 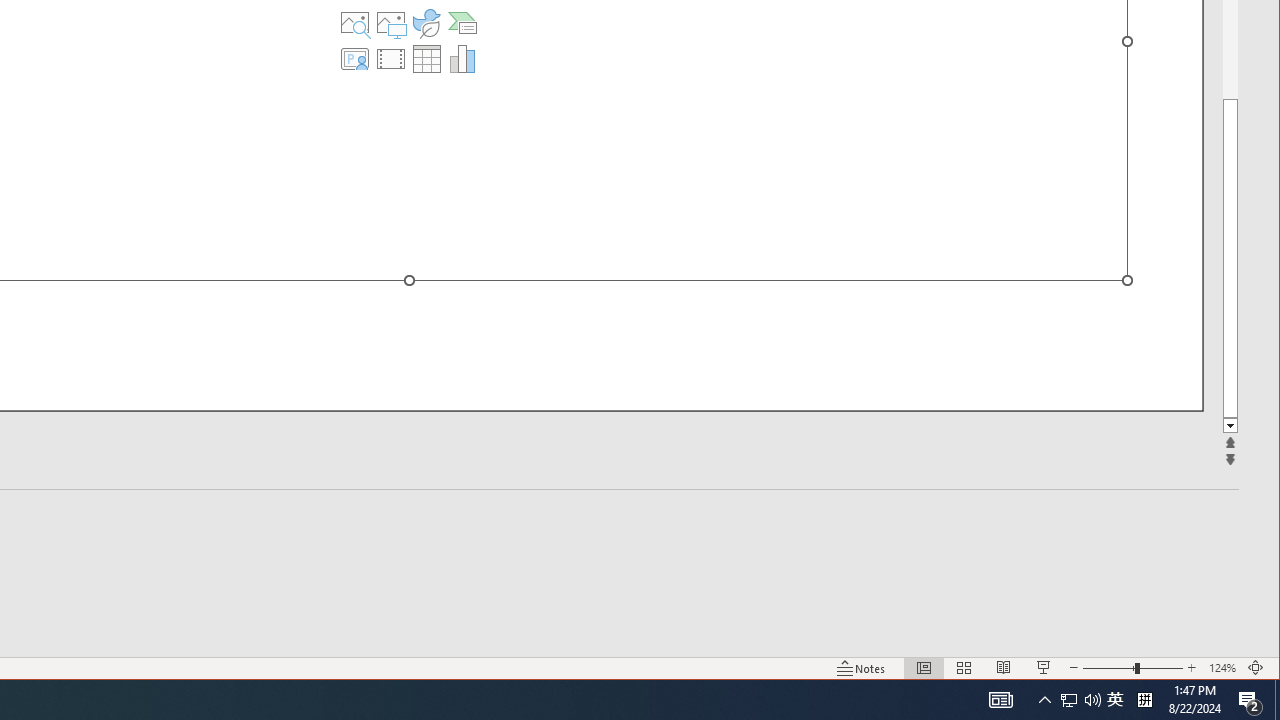 I want to click on 'Zoom 124%', so click(x=1221, y=668).